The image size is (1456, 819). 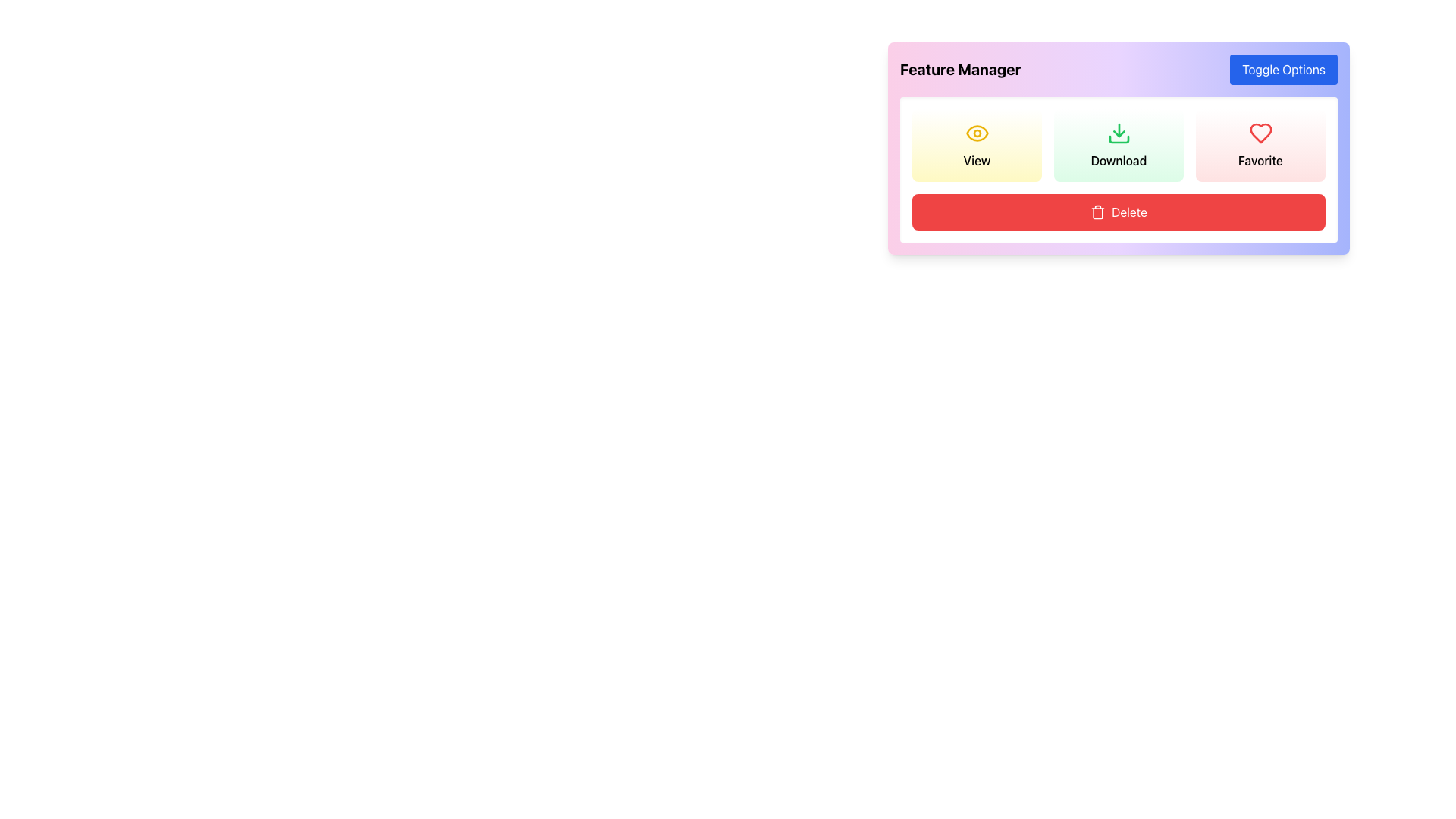 I want to click on the 'View' icon button located in the top-left corner of the row in the 'Feature Manager' section, so click(x=977, y=133).